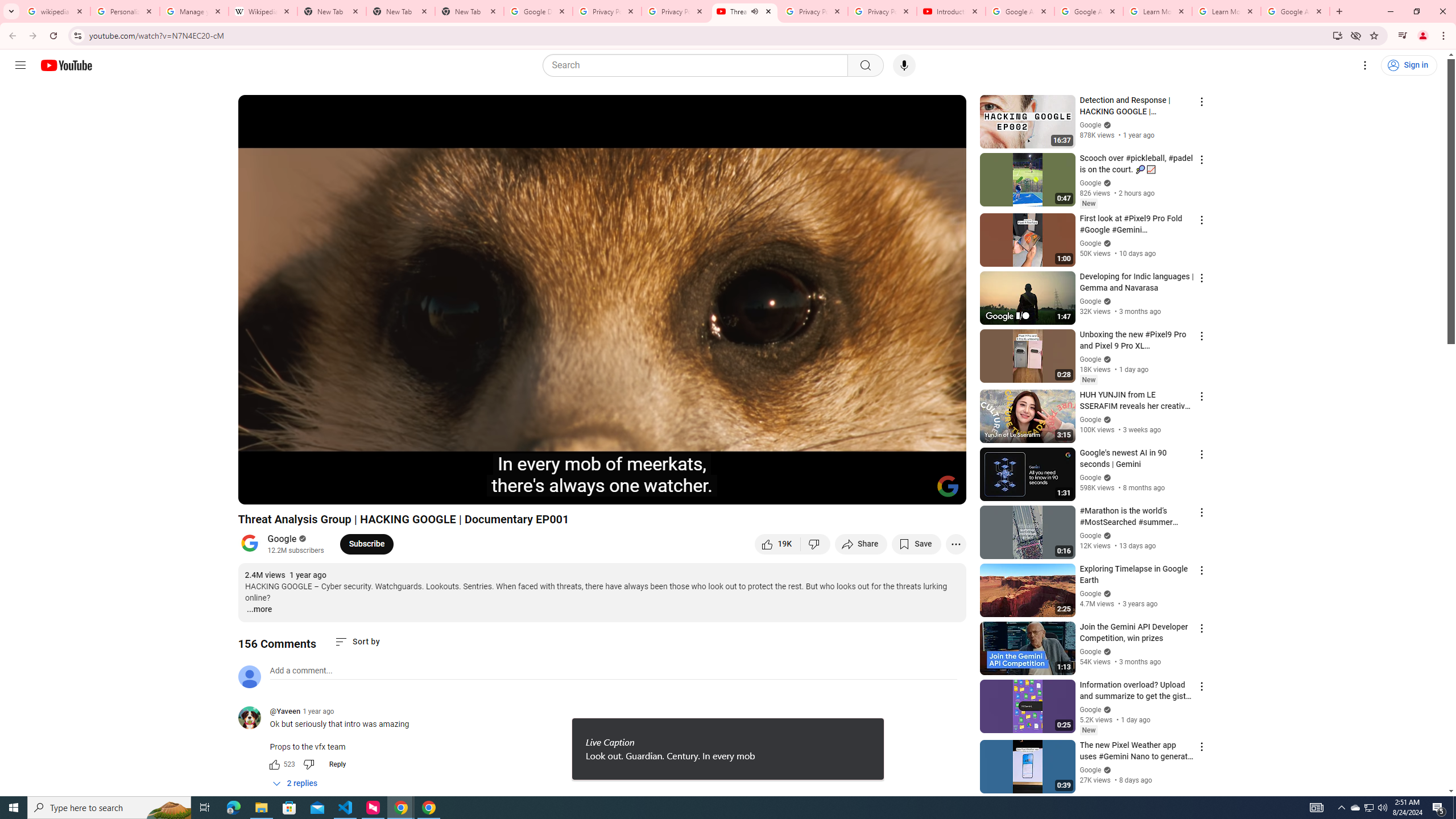  I want to click on 'More actions', so click(955, 543).